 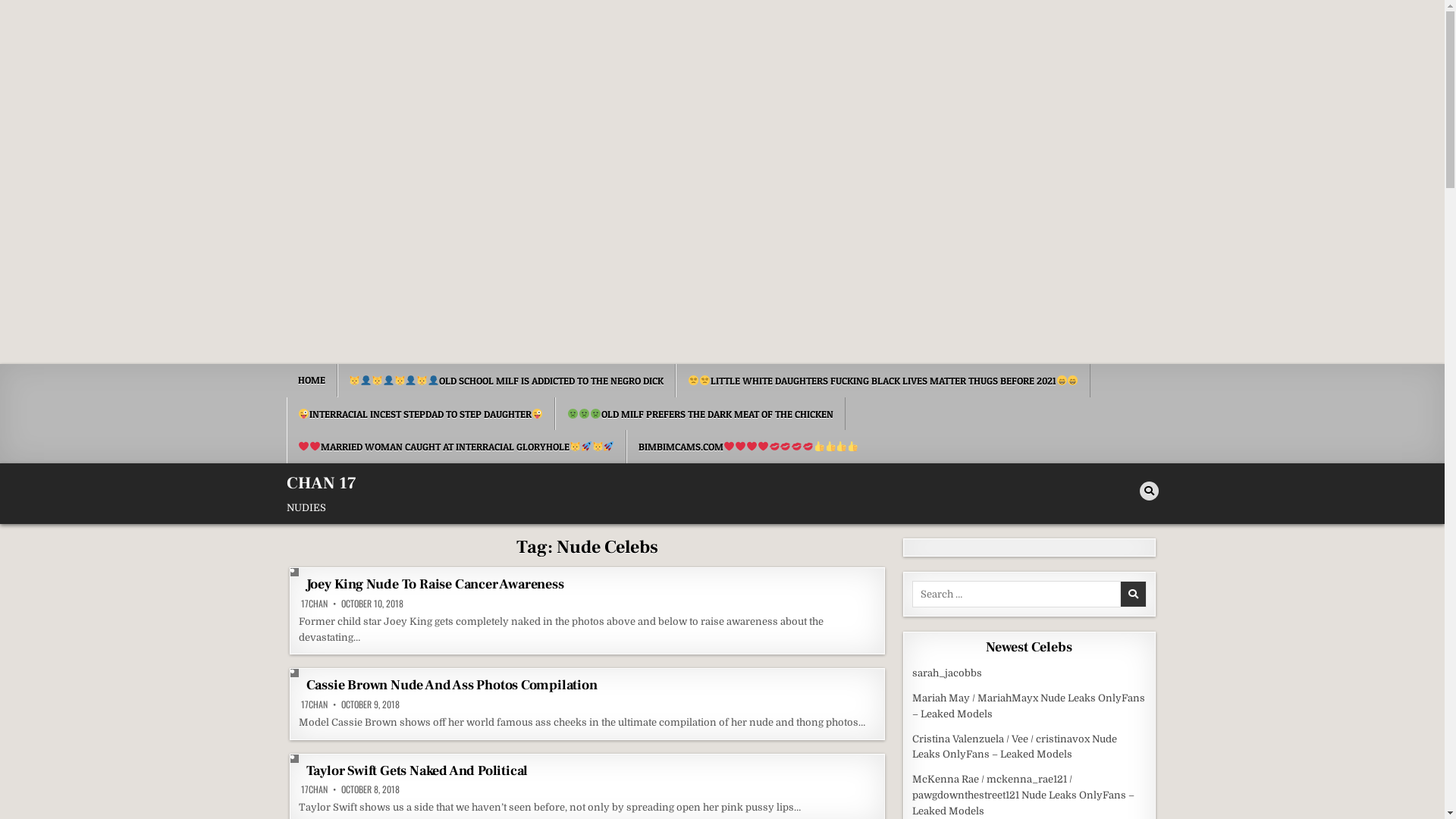 I want to click on 'Joey King Nude To Raise Cancer Awareness', so click(x=435, y=583).